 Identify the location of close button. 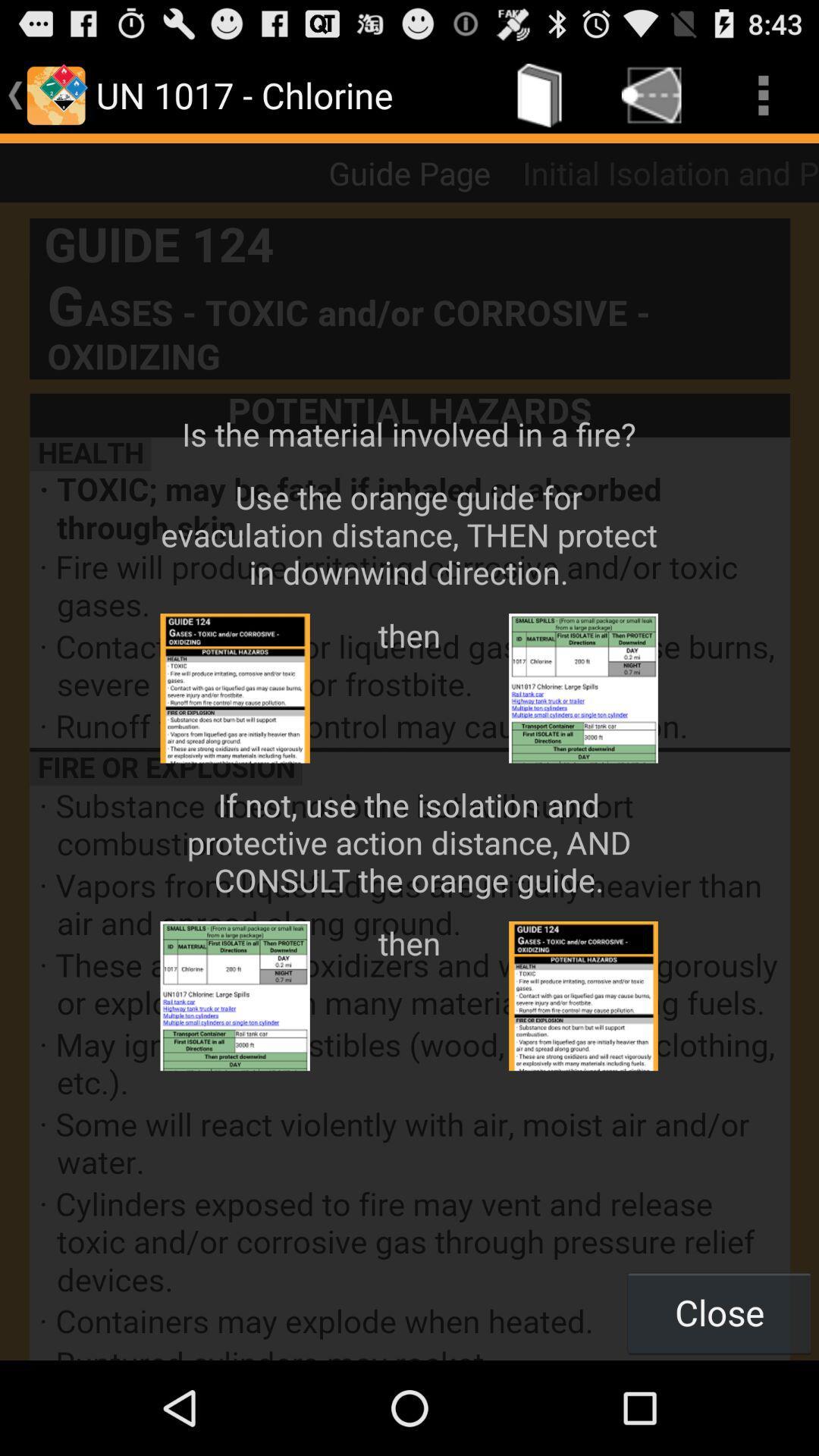
(718, 1312).